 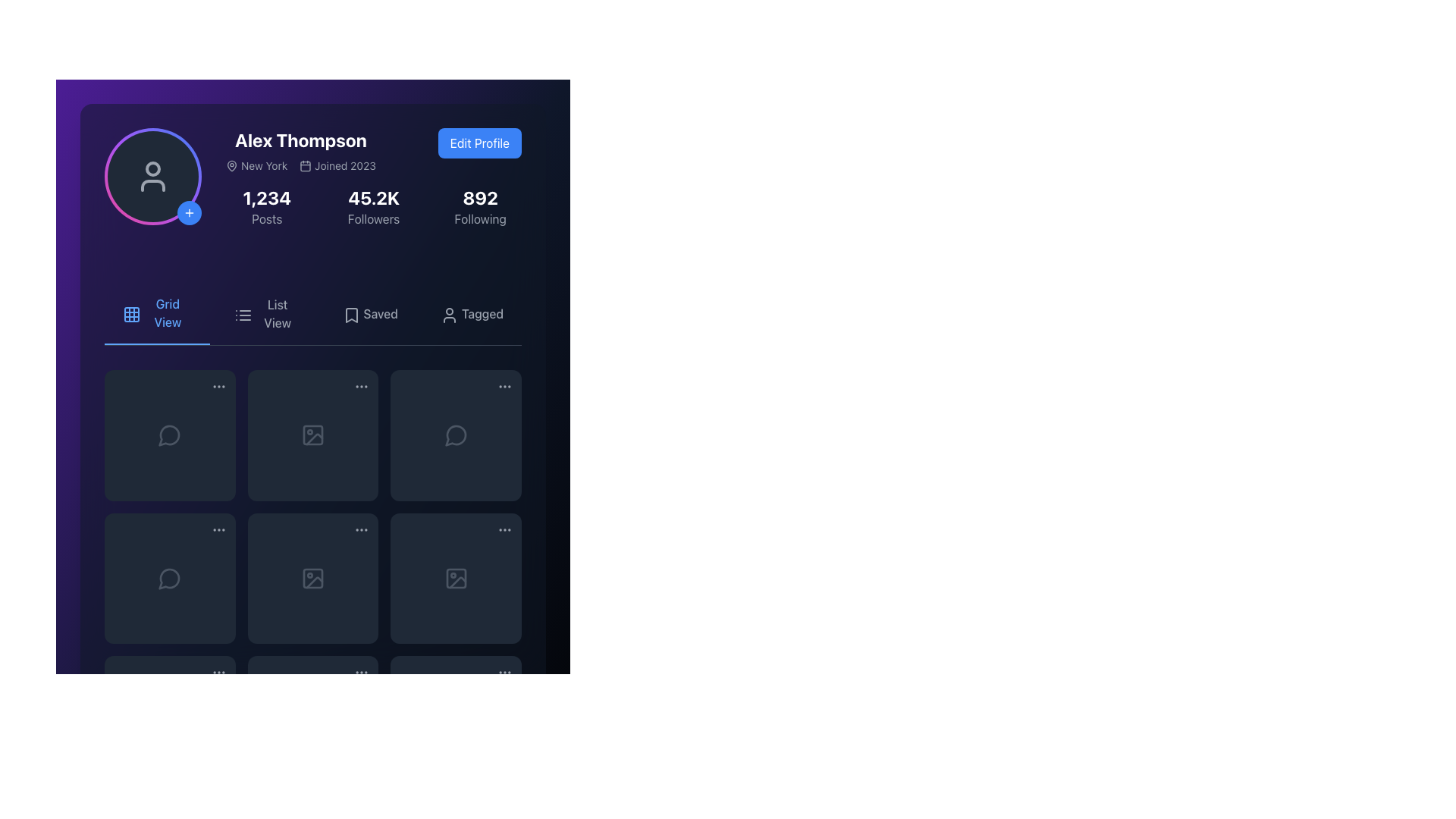 What do you see at coordinates (482, 312) in the screenshot?
I see `the 'Tagged' text label in the navigation bar` at bounding box center [482, 312].